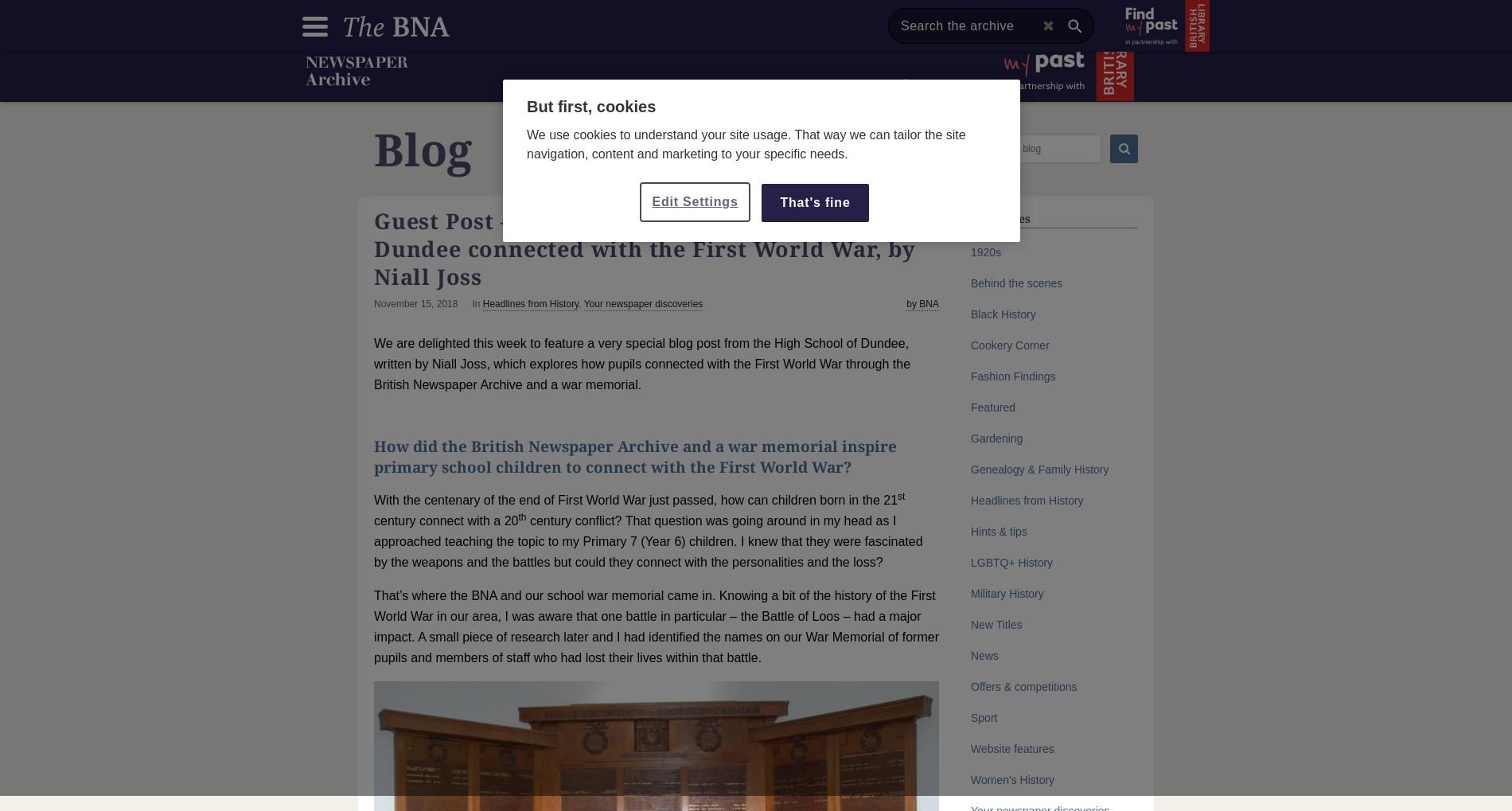 The width and height of the screenshot is (1512, 811). Describe the element at coordinates (634, 500) in the screenshot. I see `'With the centenary of the end of First World War just passed, how can children born in the 21'` at that location.